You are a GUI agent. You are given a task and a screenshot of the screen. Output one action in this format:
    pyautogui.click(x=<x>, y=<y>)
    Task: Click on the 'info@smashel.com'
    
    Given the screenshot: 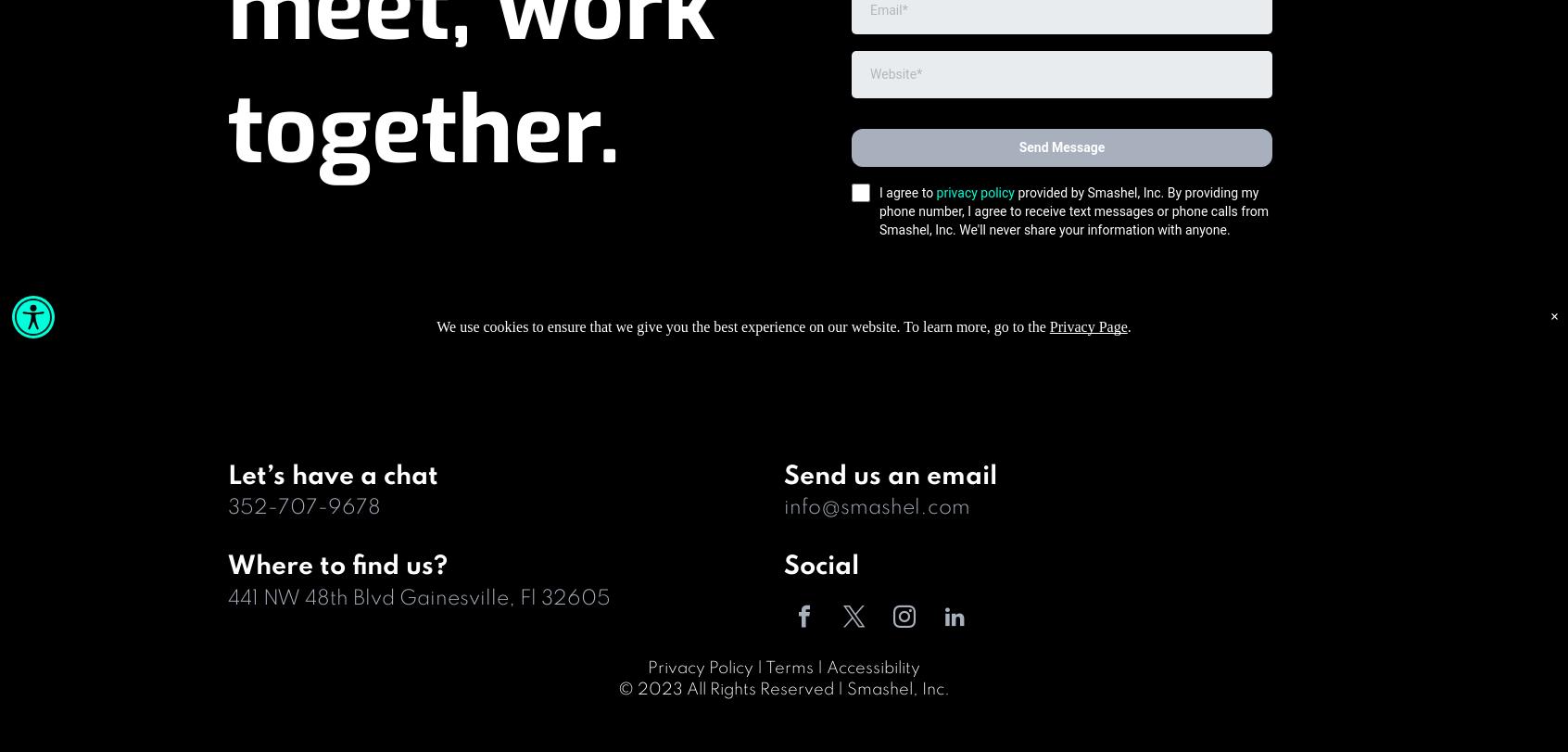 What is the action you would take?
    pyautogui.click(x=877, y=506)
    